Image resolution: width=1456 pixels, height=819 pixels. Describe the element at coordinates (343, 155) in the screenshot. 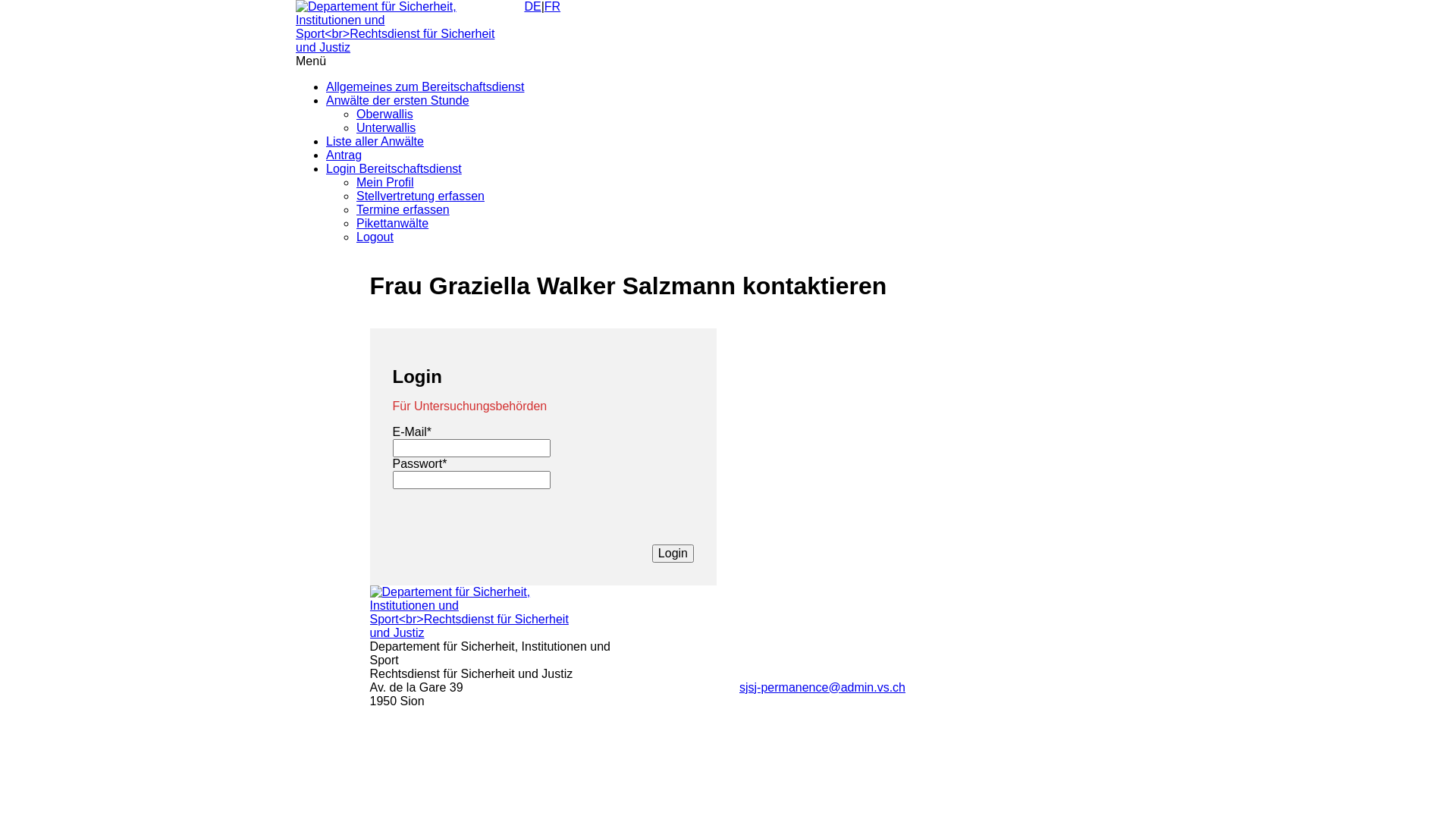

I see `'Antrag'` at that location.